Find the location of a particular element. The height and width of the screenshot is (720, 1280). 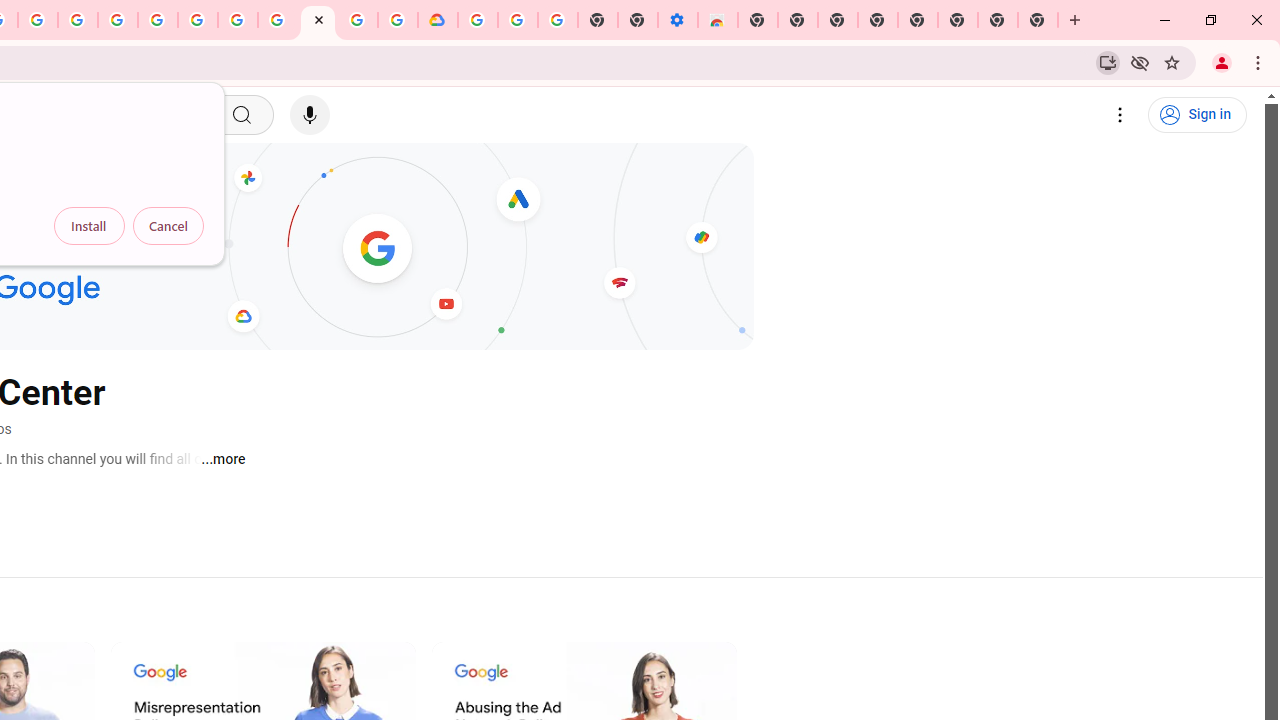

'Google Transparency Center - YouTube' is located at coordinates (317, 20).